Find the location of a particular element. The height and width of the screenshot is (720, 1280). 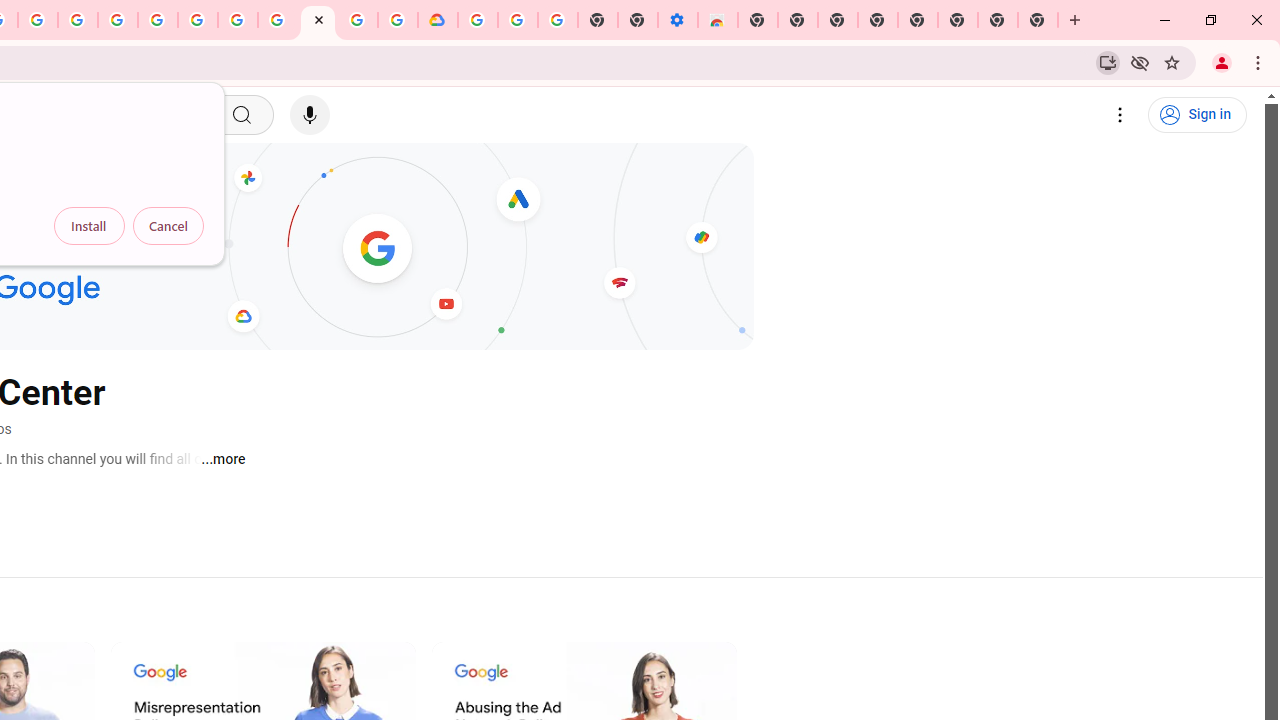

'Google Transparency Center - YouTube' is located at coordinates (317, 20).